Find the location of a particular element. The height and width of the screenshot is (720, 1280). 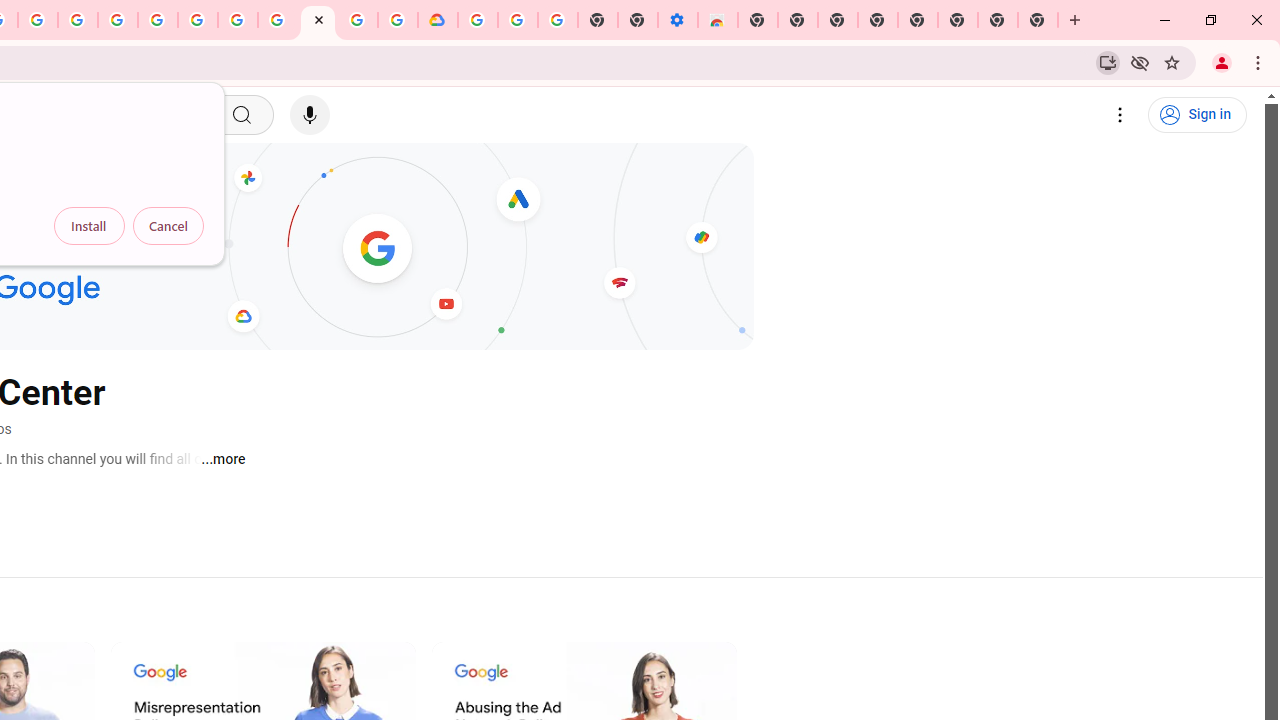

'Google Transparency Center - YouTube' is located at coordinates (317, 20).